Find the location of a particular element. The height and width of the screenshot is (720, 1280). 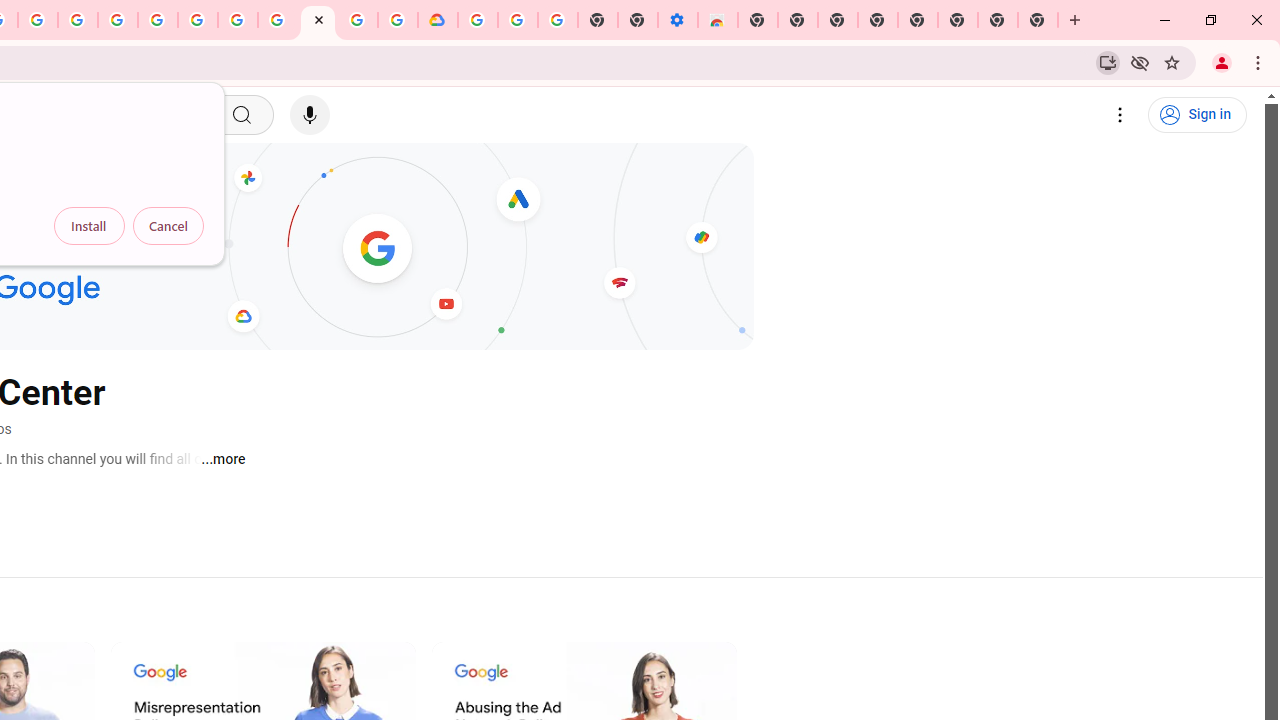

'Google Transparency Center - YouTube' is located at coordinates (317, 20).